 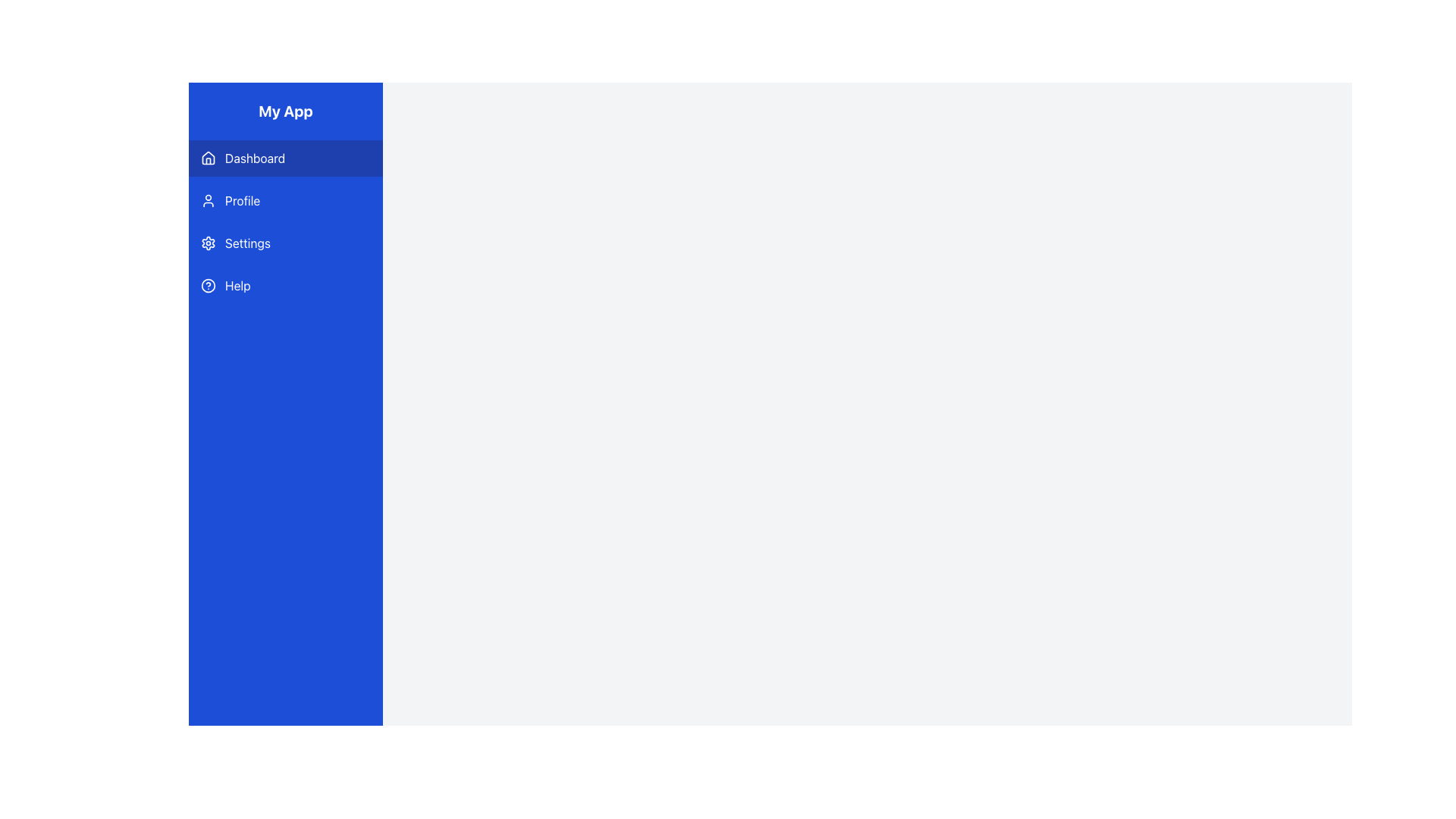 I want to click on the 'Profile' text label in the vertical navigation menu on the left side of the application interface, so click(x=243, y=200).